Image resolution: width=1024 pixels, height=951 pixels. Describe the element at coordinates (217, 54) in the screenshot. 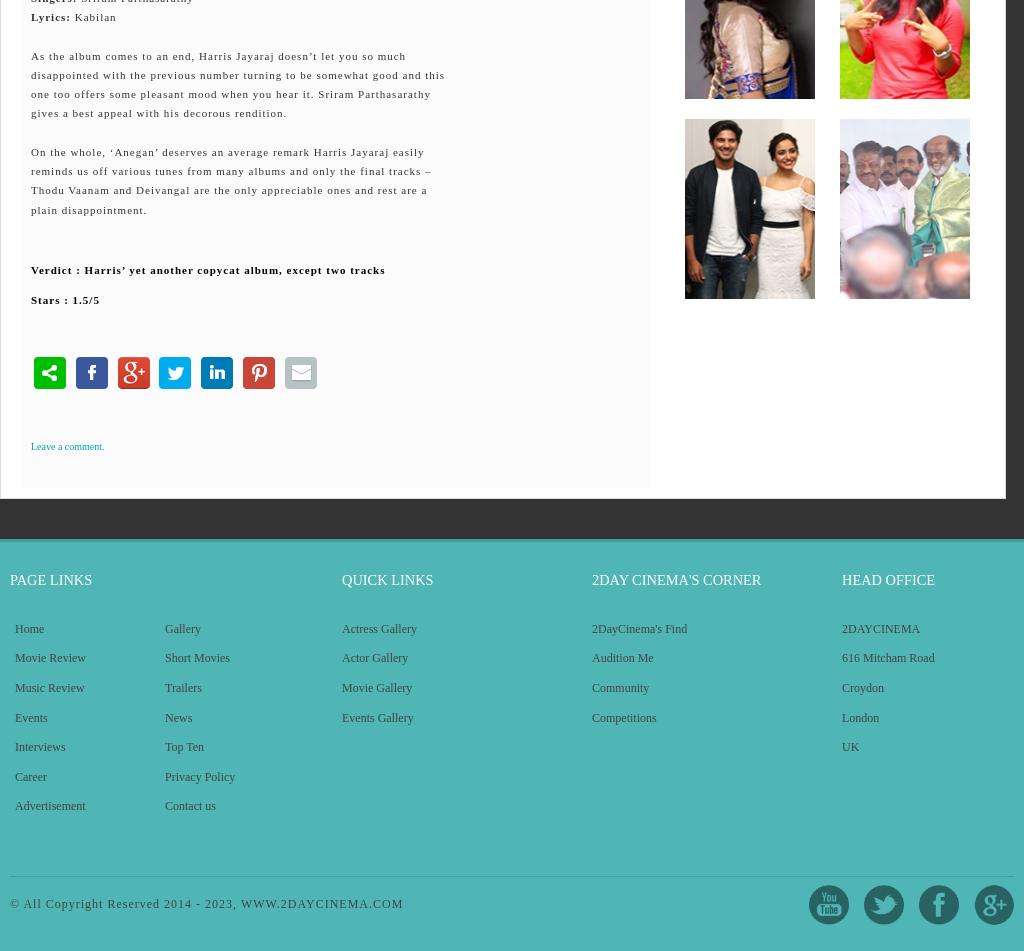

I see `'As the album comes to an end, Harris Jayaraj doesn’t let you so much'` at that location.